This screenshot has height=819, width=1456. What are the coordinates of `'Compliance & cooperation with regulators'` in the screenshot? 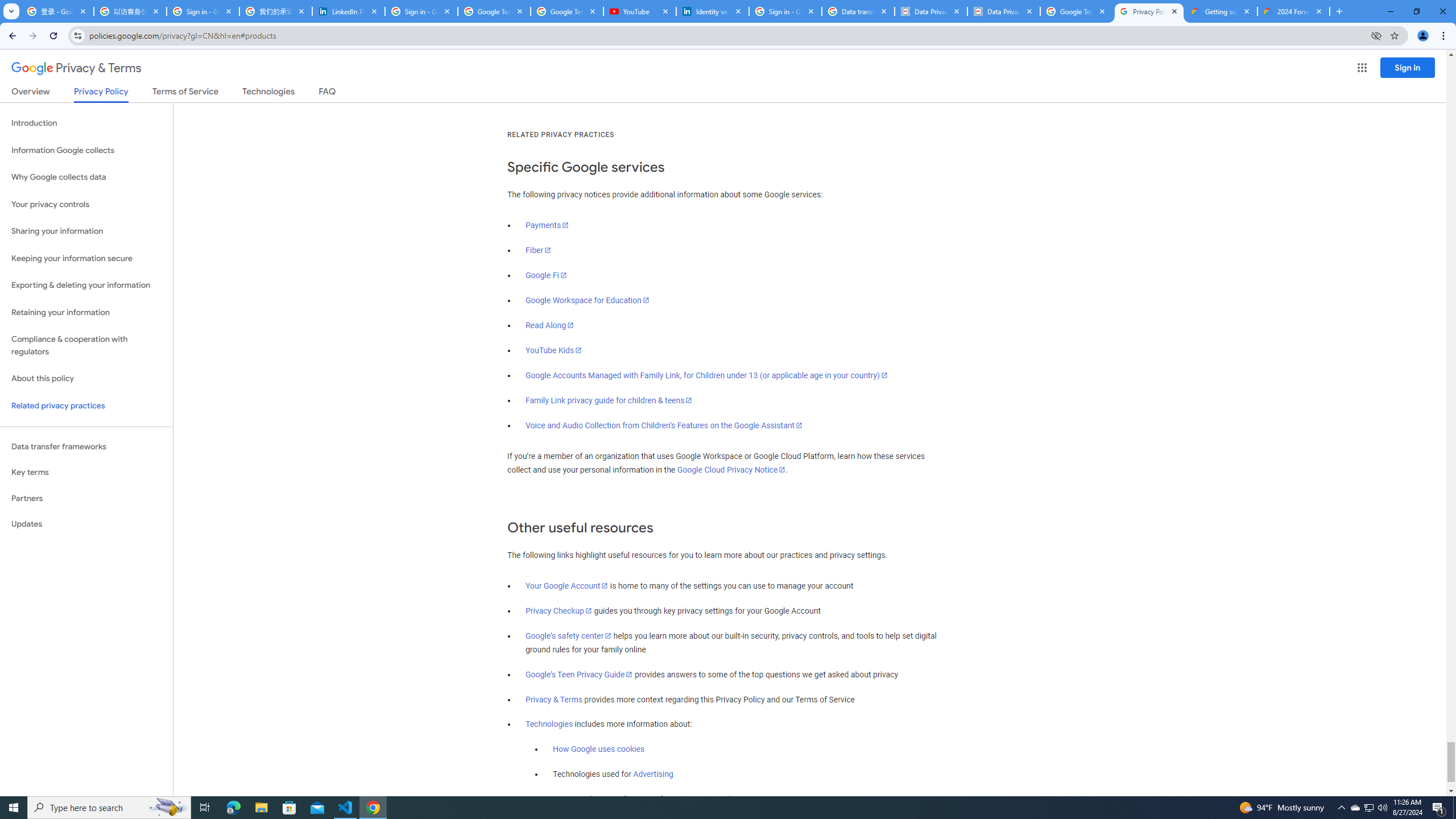 It's located at (86, 346).